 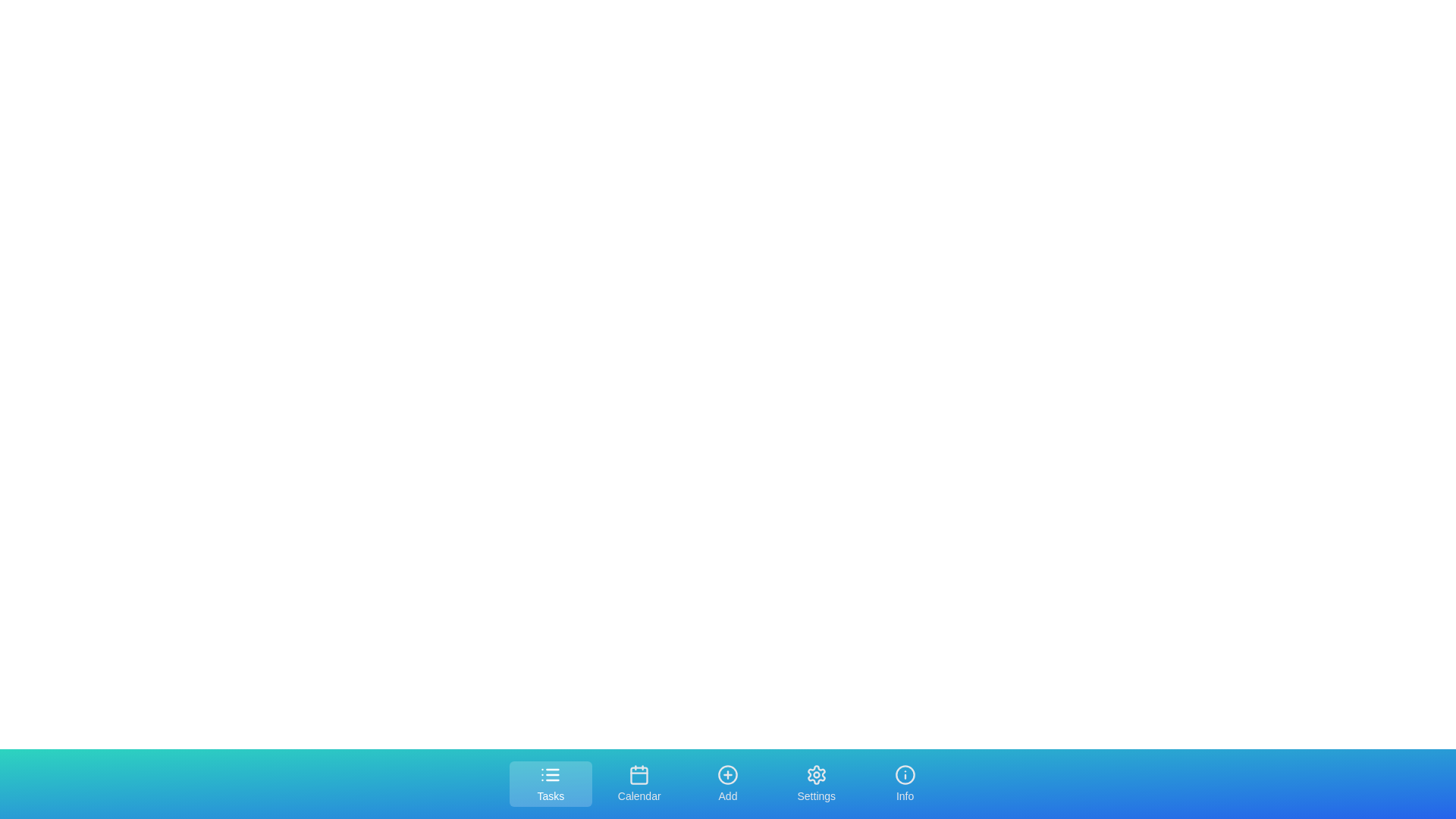 What do you see at coordinates (815, 783) in the screenshot?
I see `the tab labeled Settings` at bounding box center [815, 783].